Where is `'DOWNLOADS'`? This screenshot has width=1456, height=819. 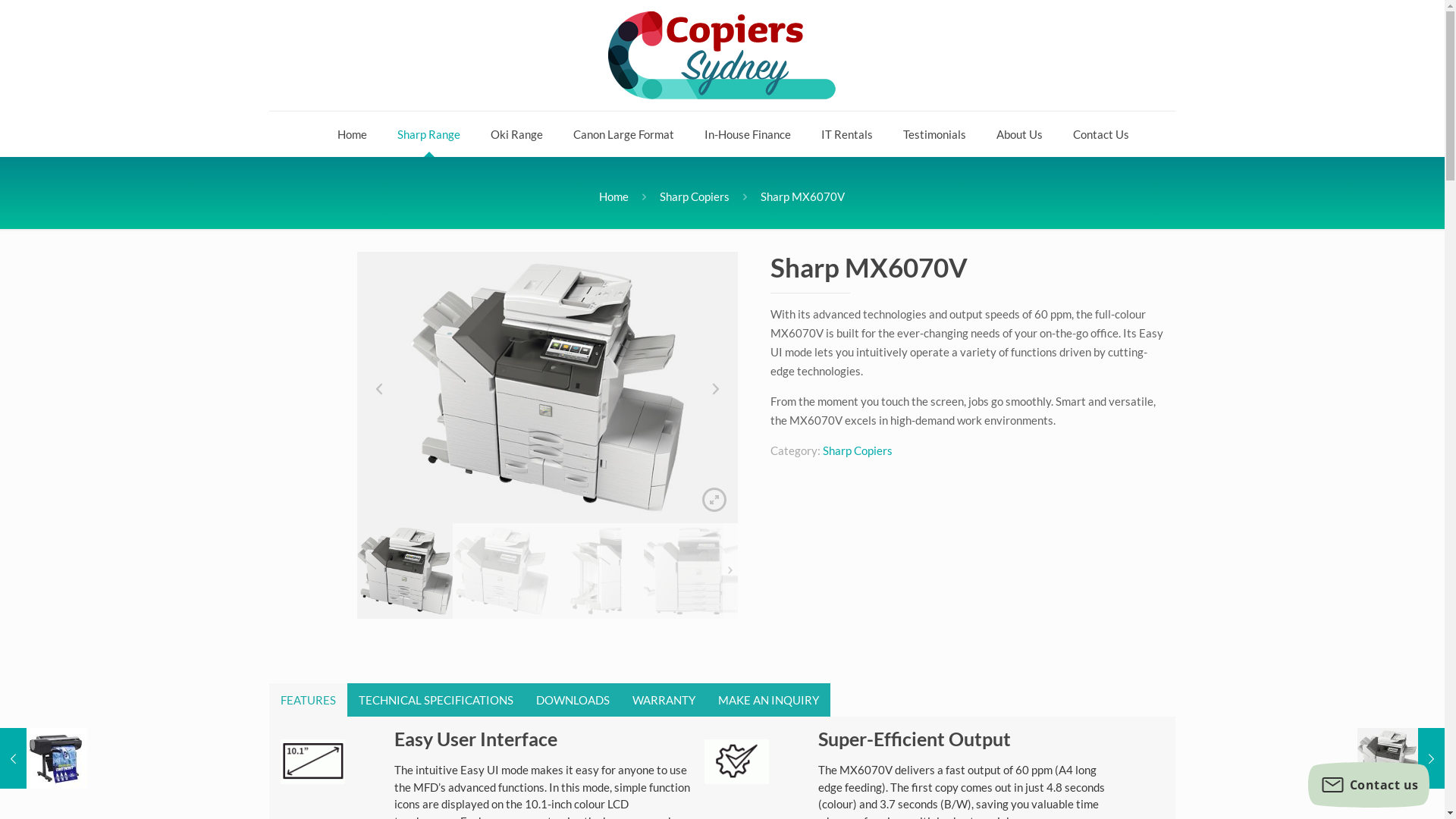 'DOWNLOADS' is located at coordinates (524, 700).